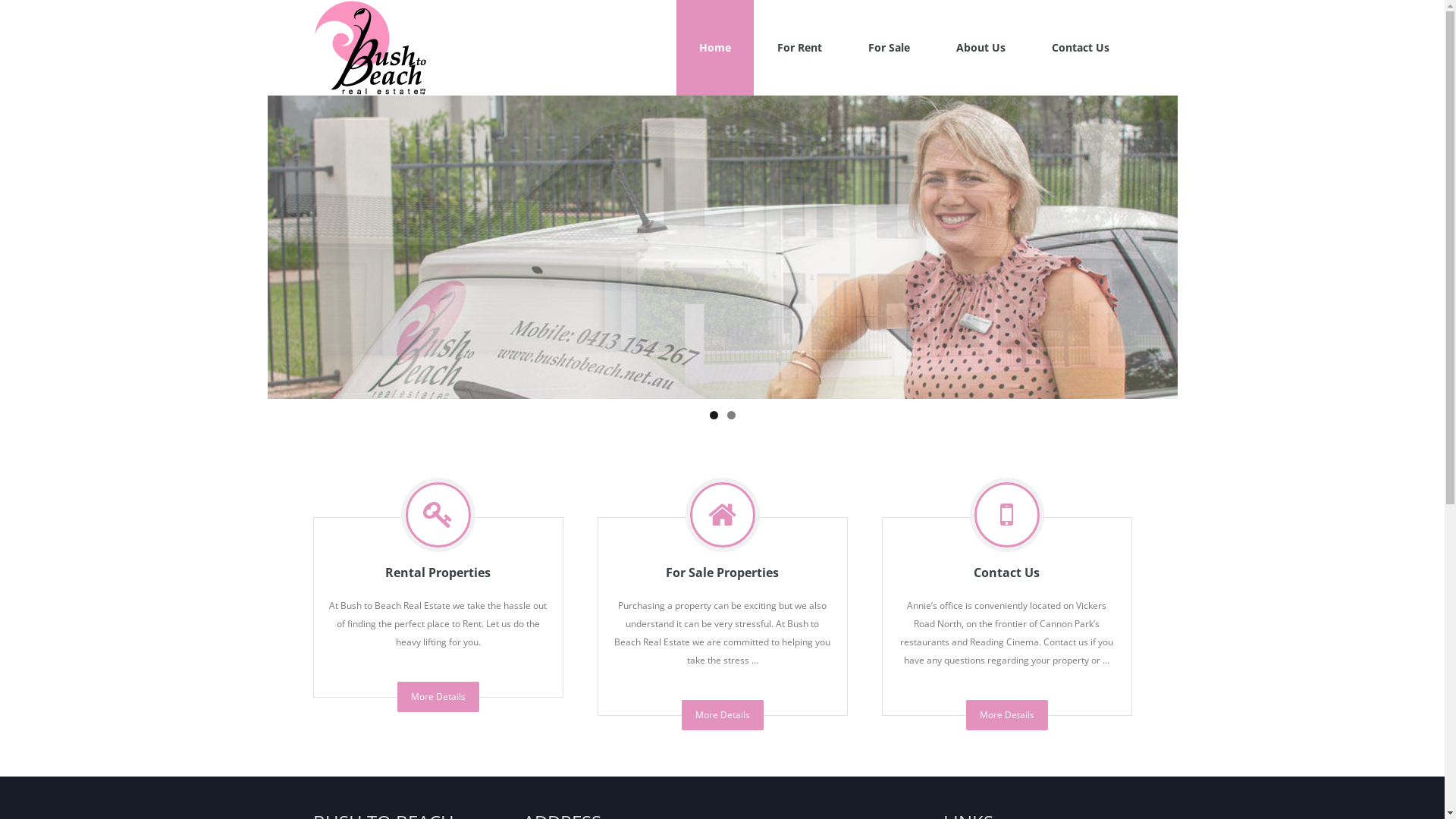  What do you see at coordinates (369, 46) in the screenshot?
I see `'Bush to Beach Real Estate Pty Ltd'` at bounding box center [369, 46].